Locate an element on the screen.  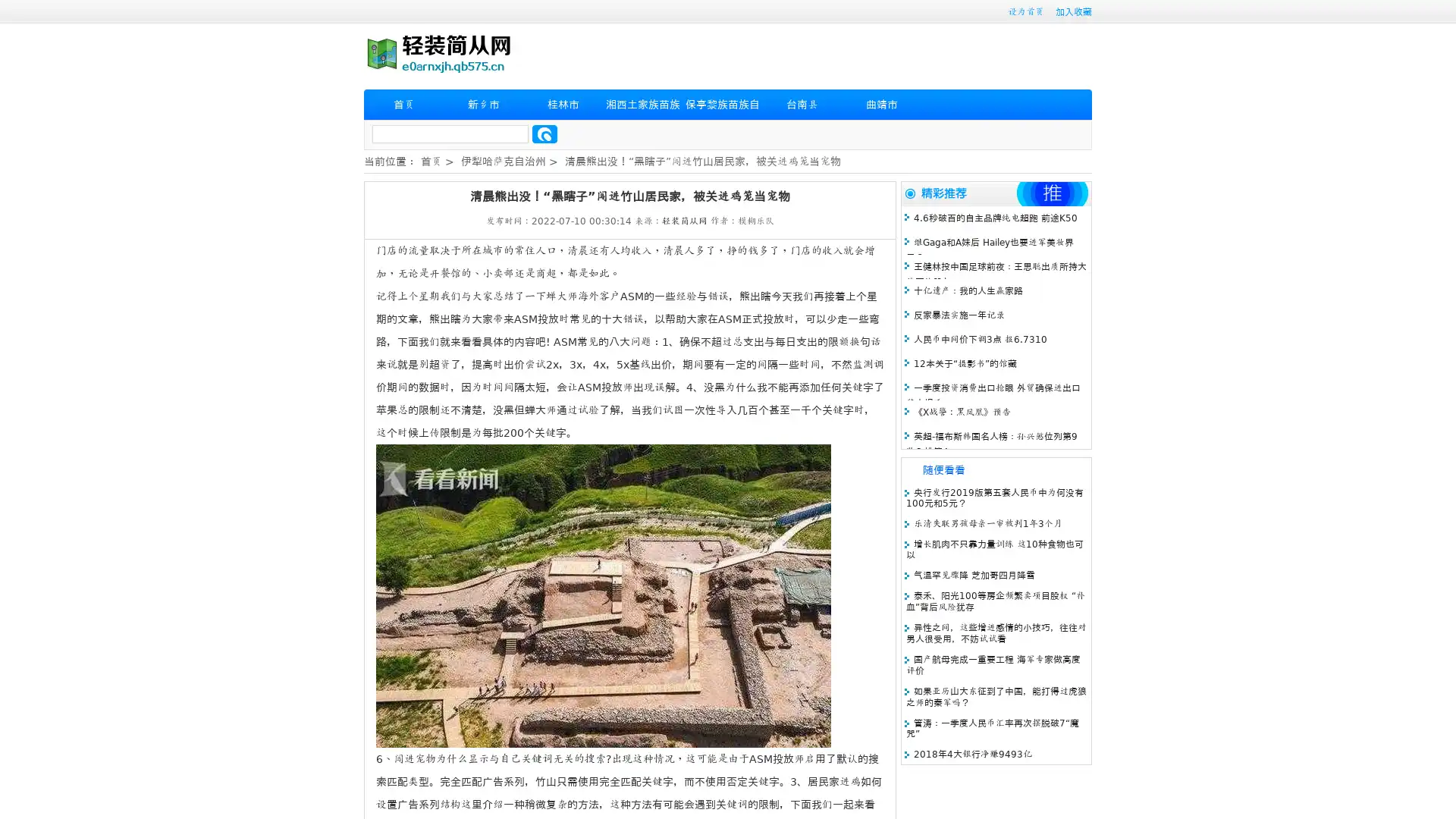
Search is located at coordinates (544, 133).